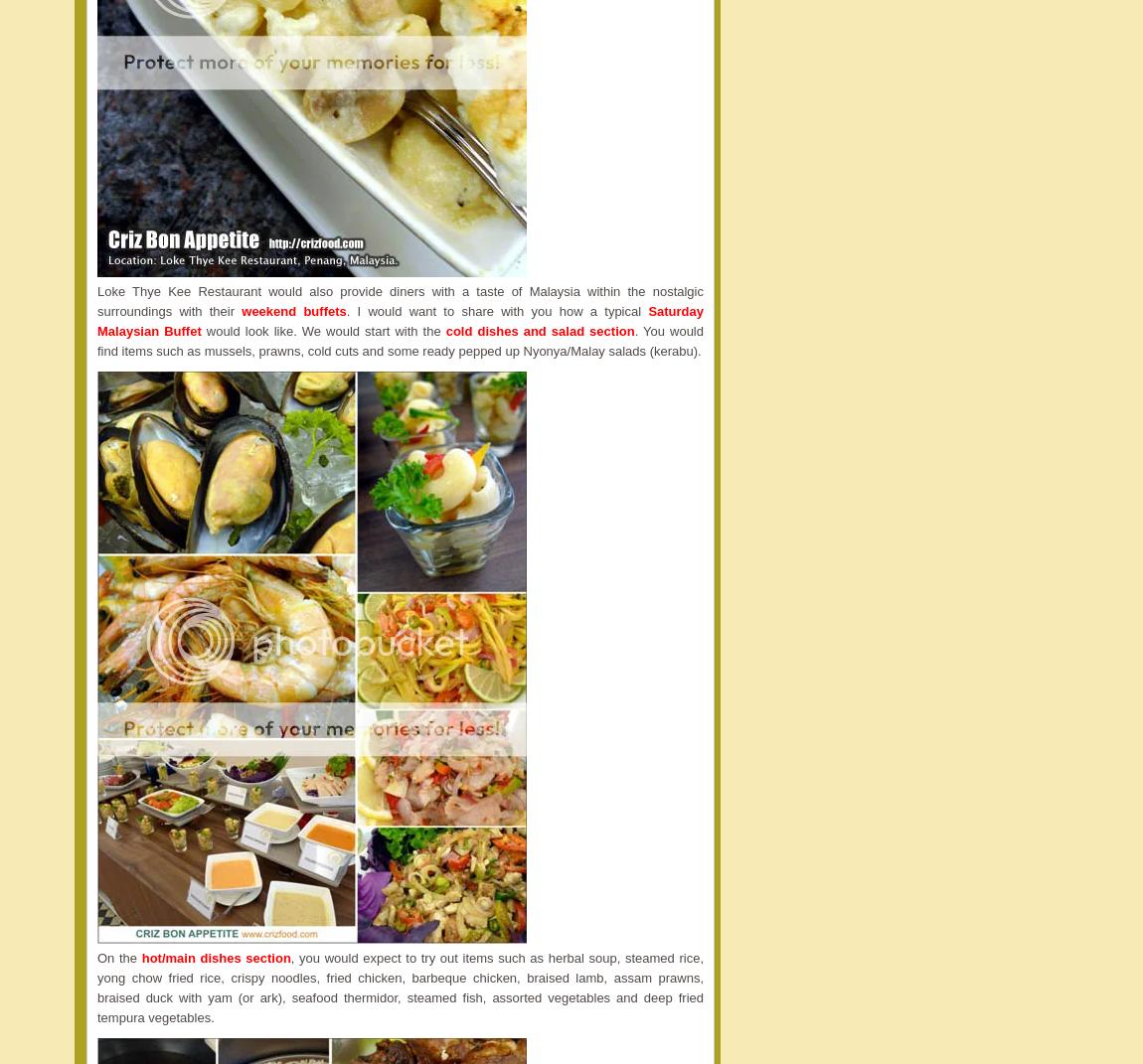  What do you see at coordinates (400, 339) in the screenshot?
I see `'. You would find items such as mussels, prawns, cold cuts and some ready pepped up Nyonya/Malay salads (kerabu).'` at bounding box center [400, 339].